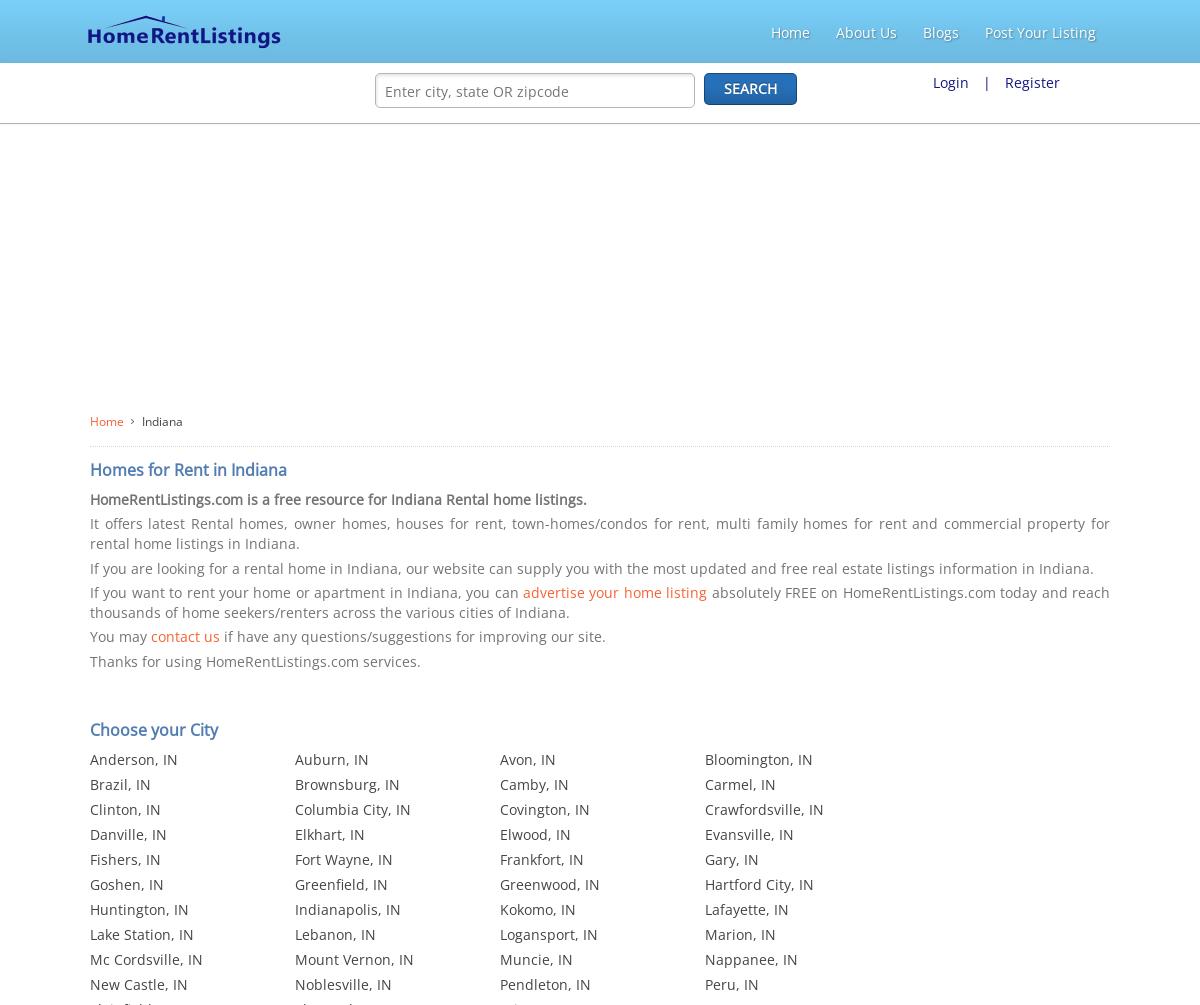  Describe the element at coordinates (330, 834) in the screenshot. I see `'Elkhart, IN'` at that location.